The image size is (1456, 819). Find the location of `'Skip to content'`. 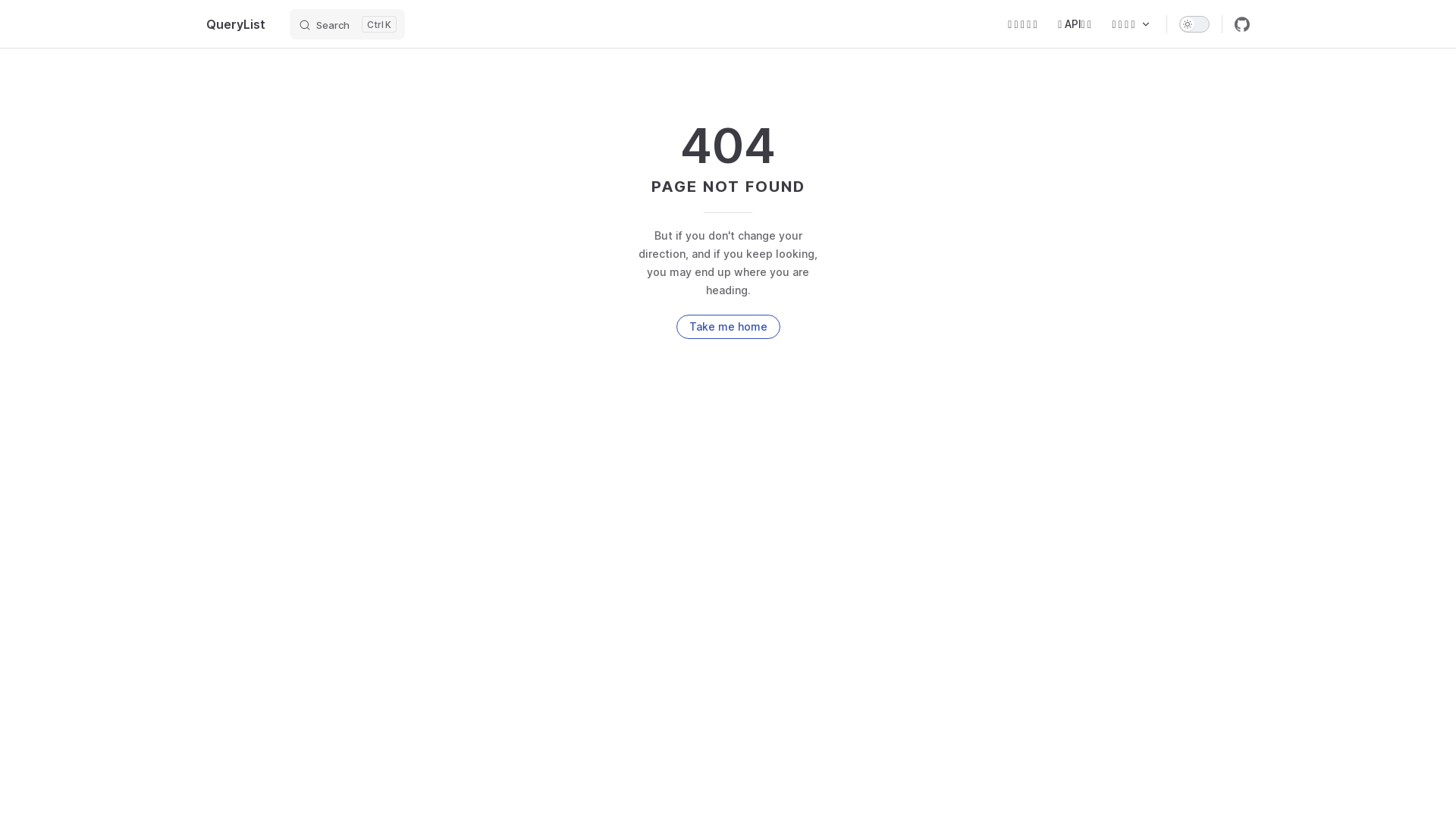

'Skip to content' is located at coordinates (24, 17).